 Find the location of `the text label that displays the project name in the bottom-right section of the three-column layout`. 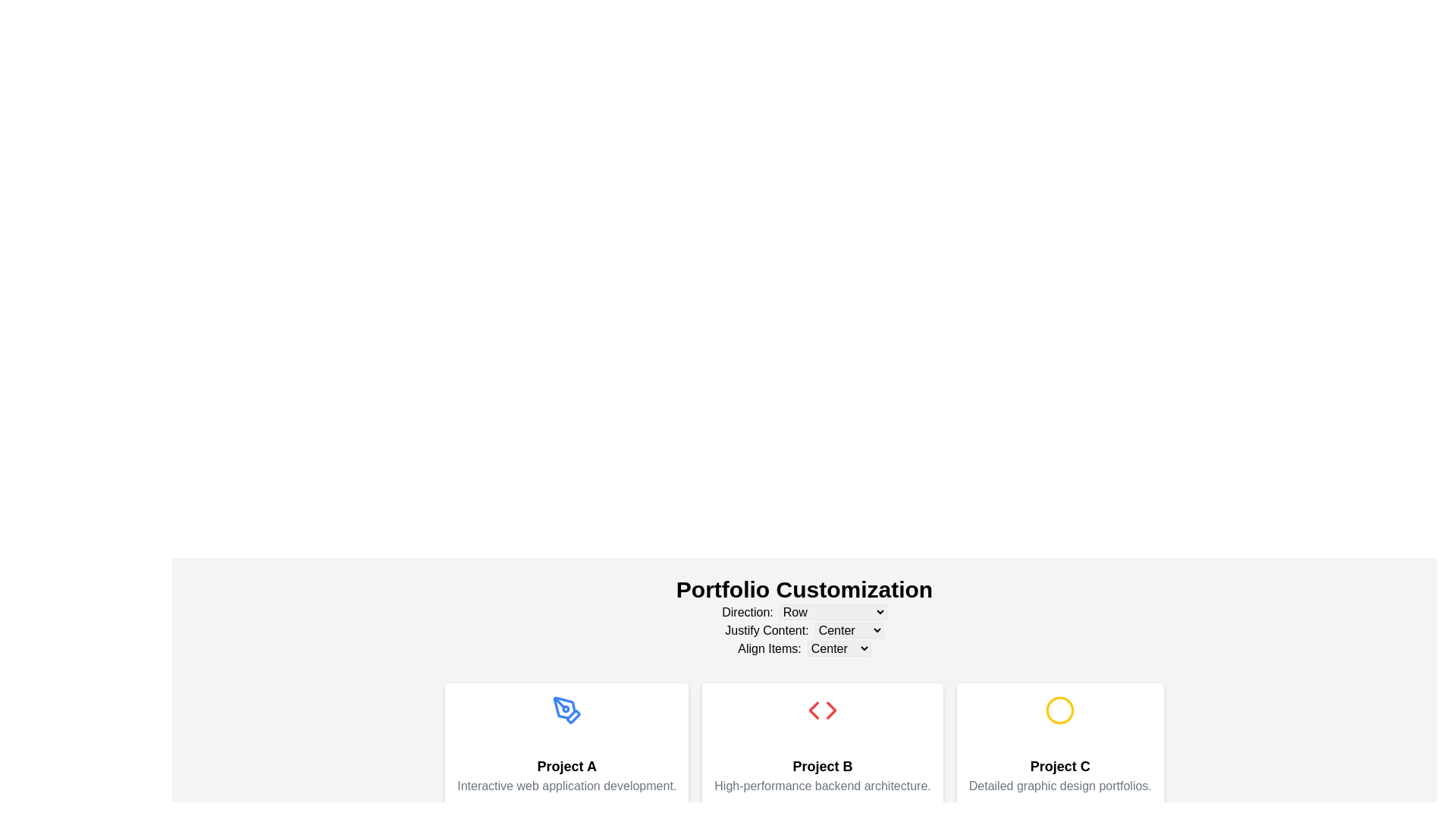

the text label that displays the project name in the bottom-right section of the three-column layout is located at coordinates (1059, 766).